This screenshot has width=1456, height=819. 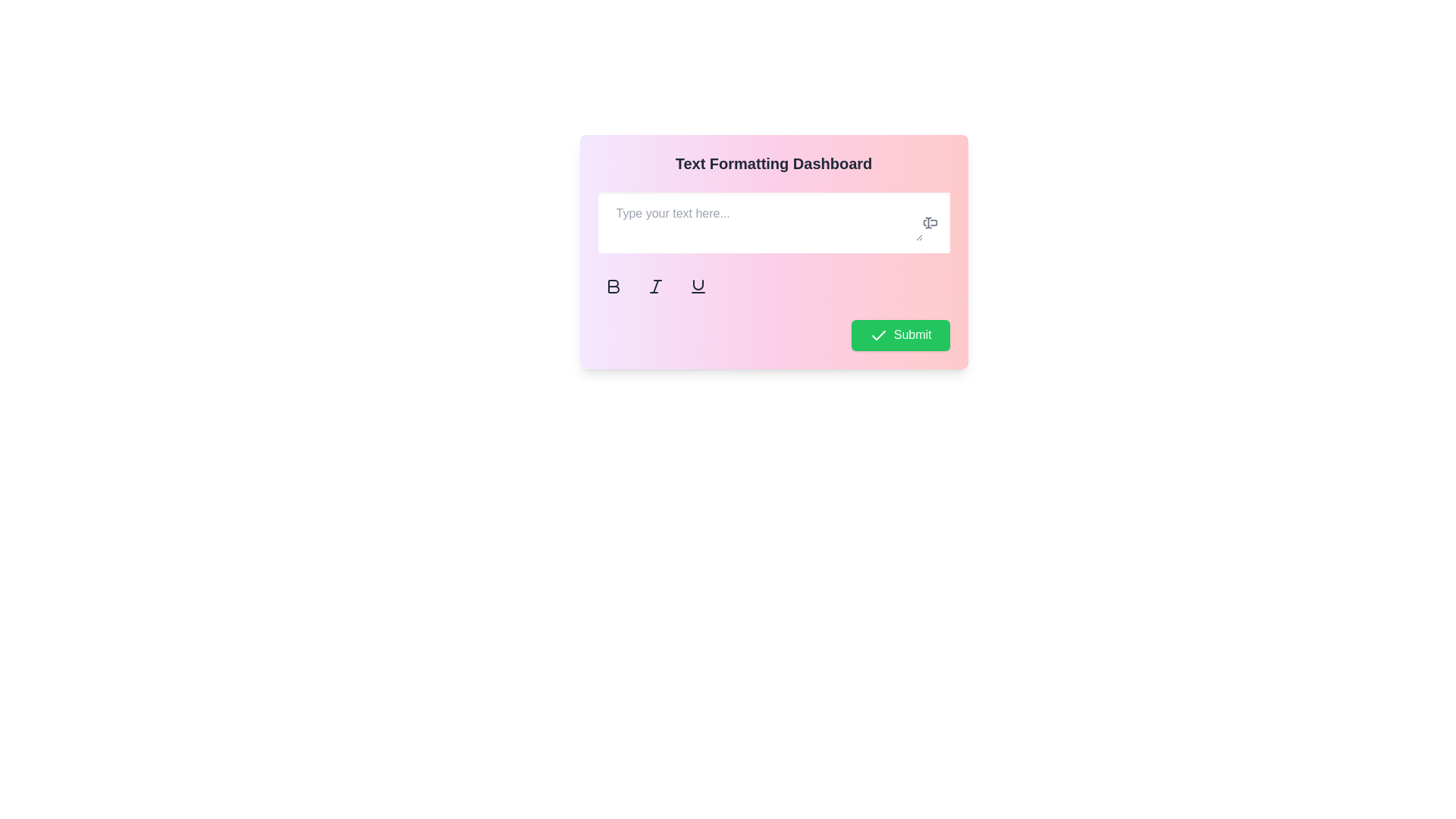 What do you see at coordinates (655, 287) in the screenshot?
I see `the middle button for toggling italic formatting in the text input field` at bounding box center [655, 287].